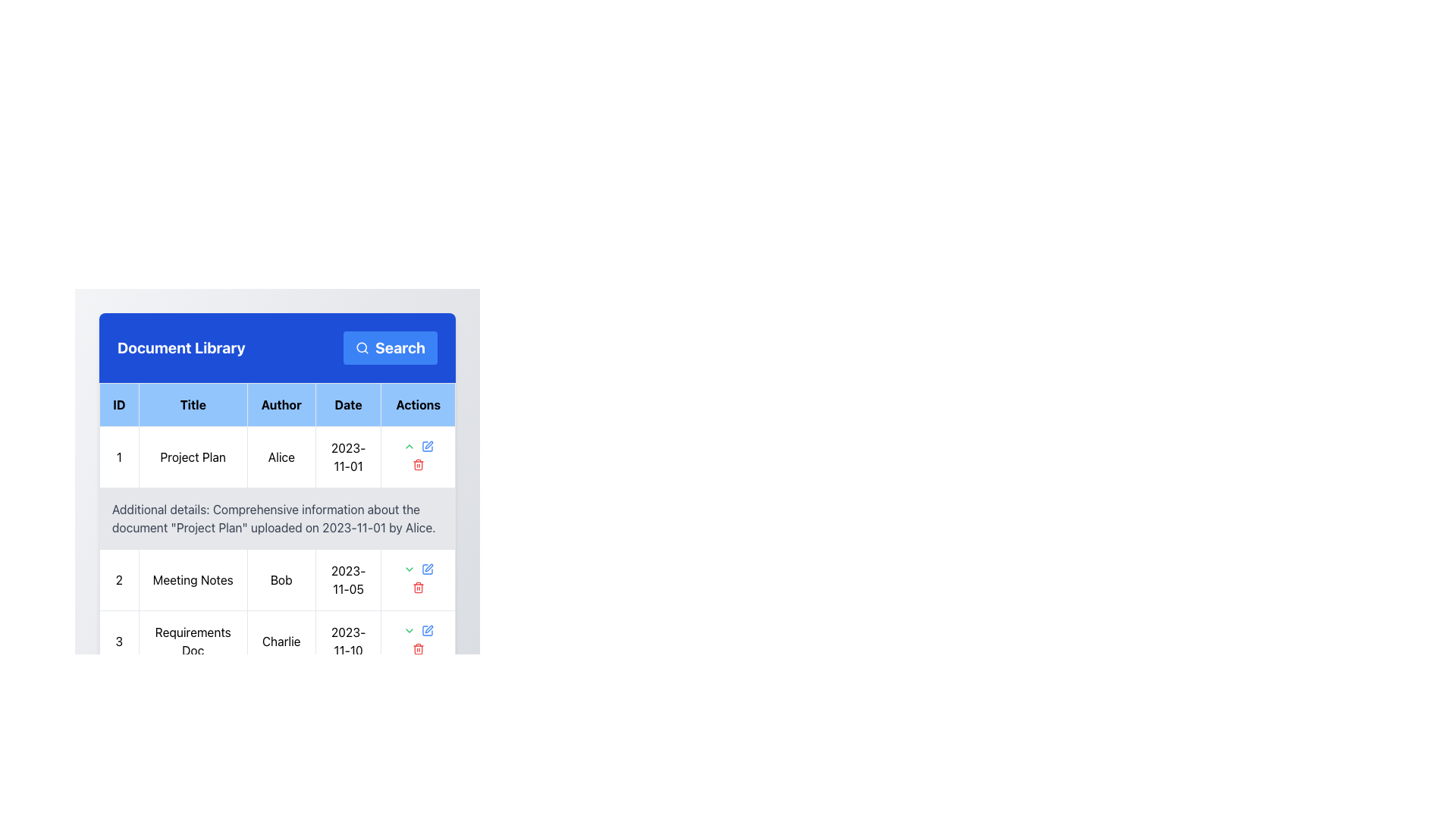 Image resolution: width=1456 pixels, height=819 pixels. Describe the element at coordinates (347, 579) in the screenshot. I see `the text label displaying the date information in the fourth column of the second row, styled with a border, located under the 'Date' header, adjacent to 'Bob' on the left and the 'Actions' column on the right` at that location.